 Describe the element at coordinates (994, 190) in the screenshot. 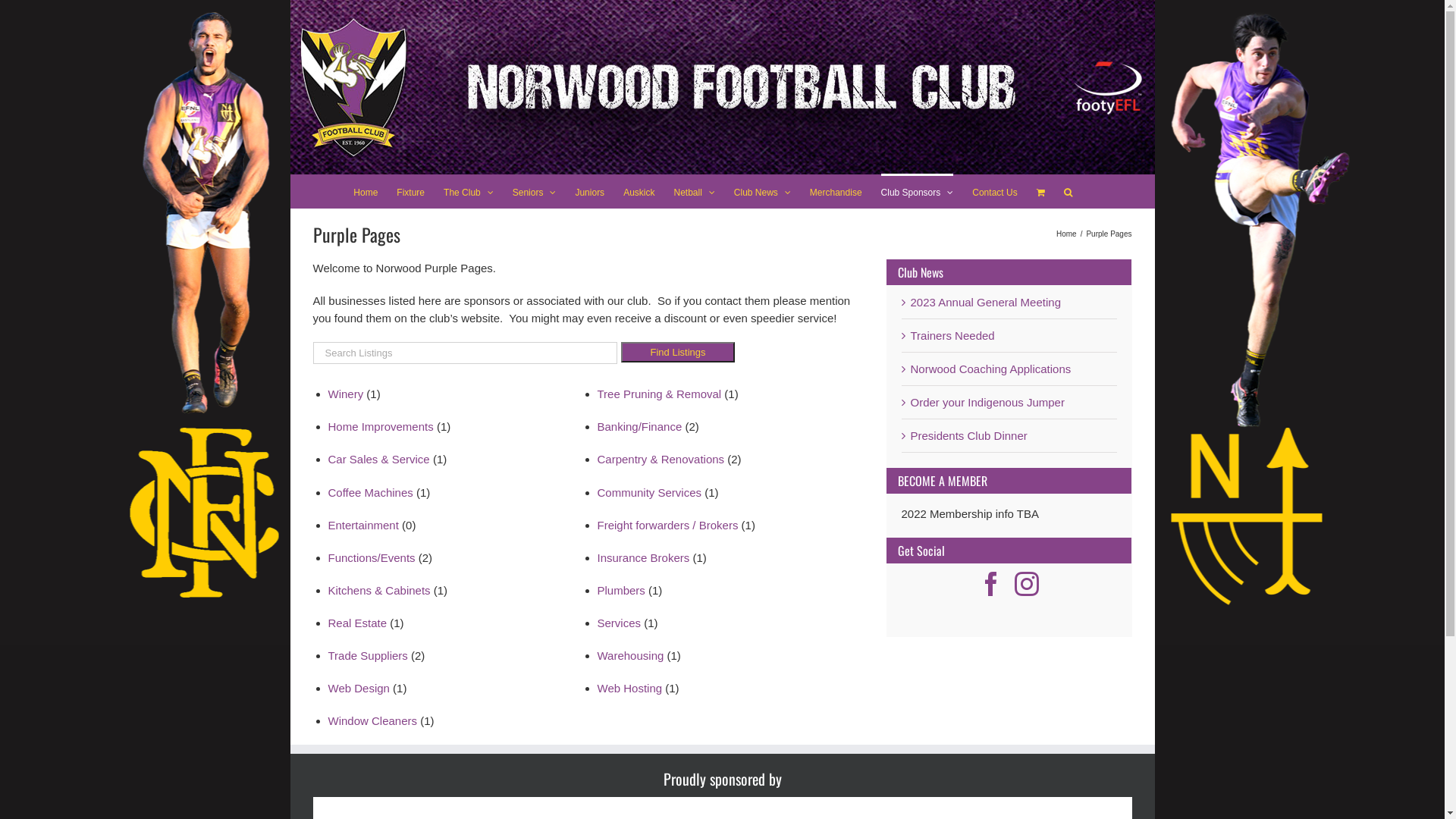

I see `'Contact Us'` at that location.